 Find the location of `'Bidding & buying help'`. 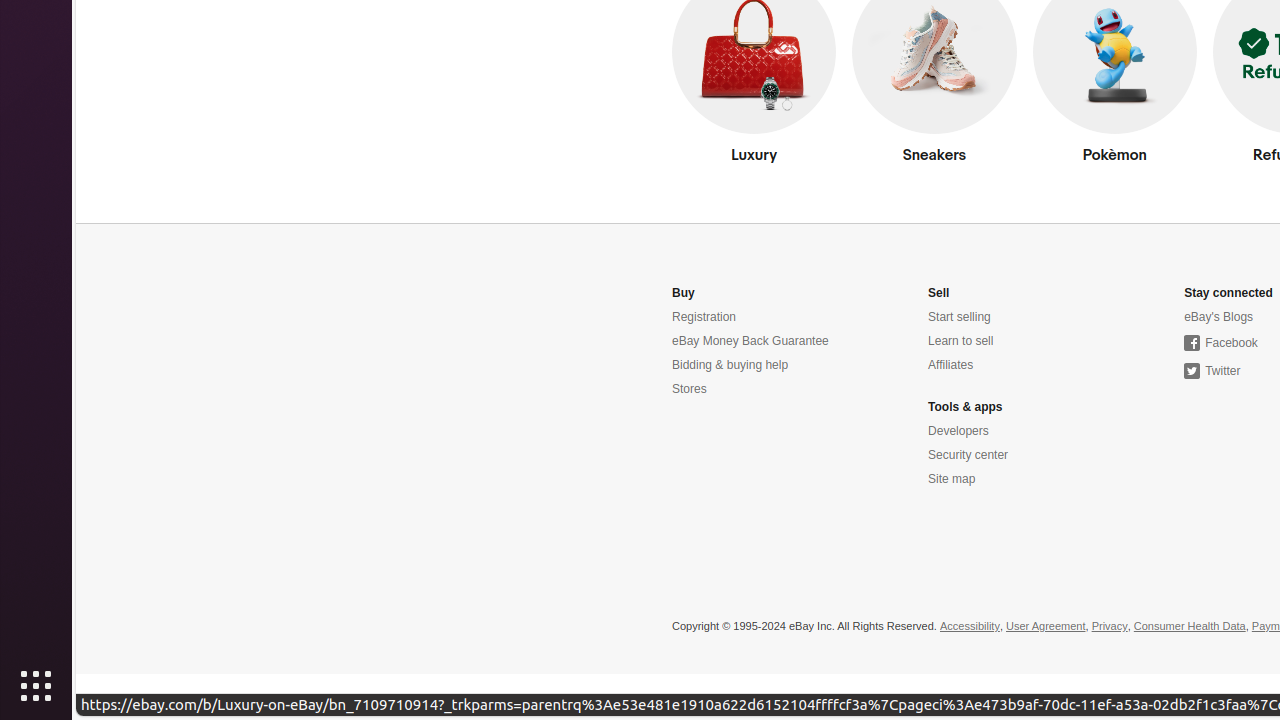

'Bidding & buying help' is located at coordinates (729, 365).